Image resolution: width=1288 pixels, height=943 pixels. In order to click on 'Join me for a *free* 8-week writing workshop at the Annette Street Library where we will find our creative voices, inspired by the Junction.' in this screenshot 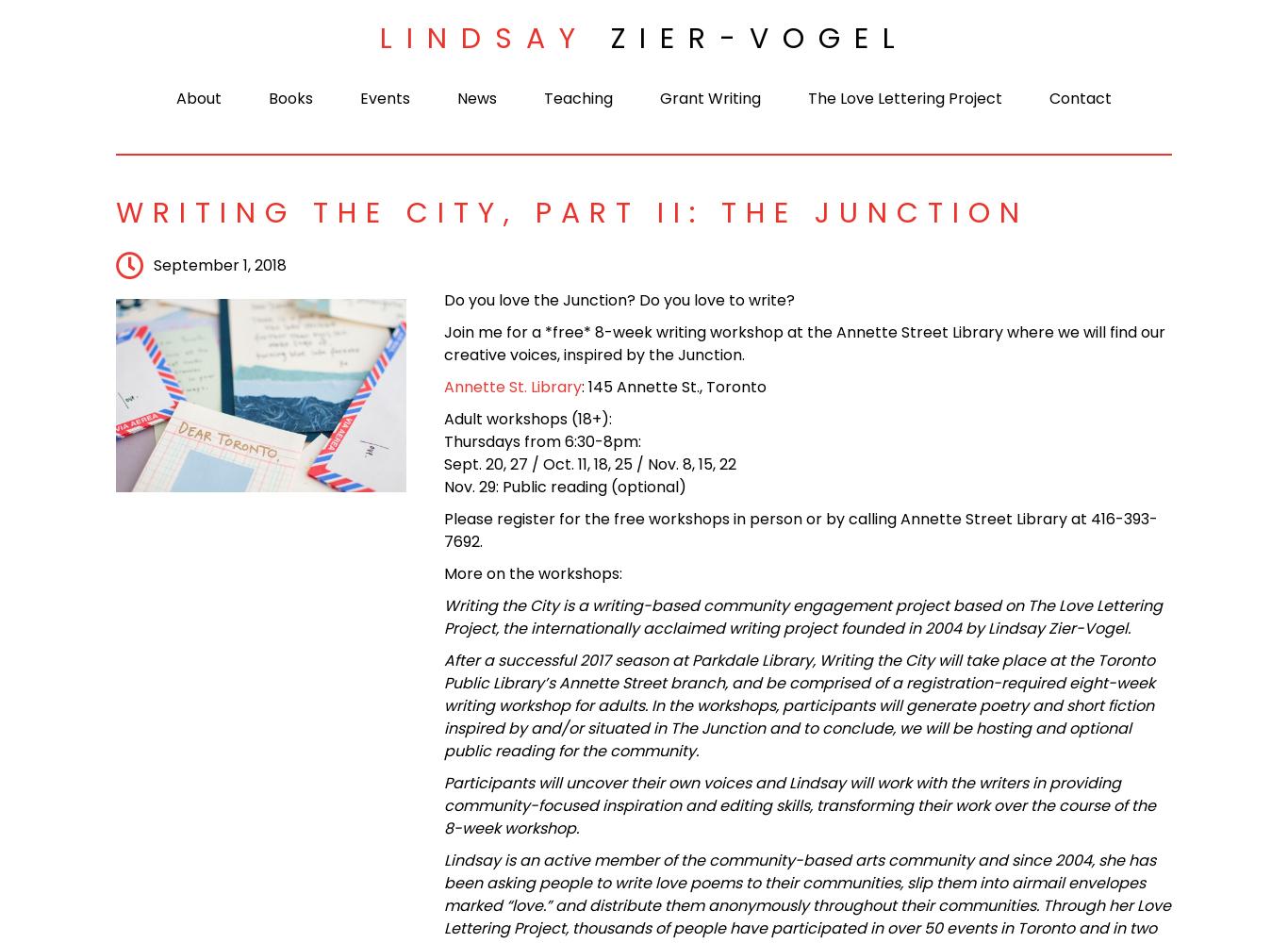, I will do `click(443, 342)`.